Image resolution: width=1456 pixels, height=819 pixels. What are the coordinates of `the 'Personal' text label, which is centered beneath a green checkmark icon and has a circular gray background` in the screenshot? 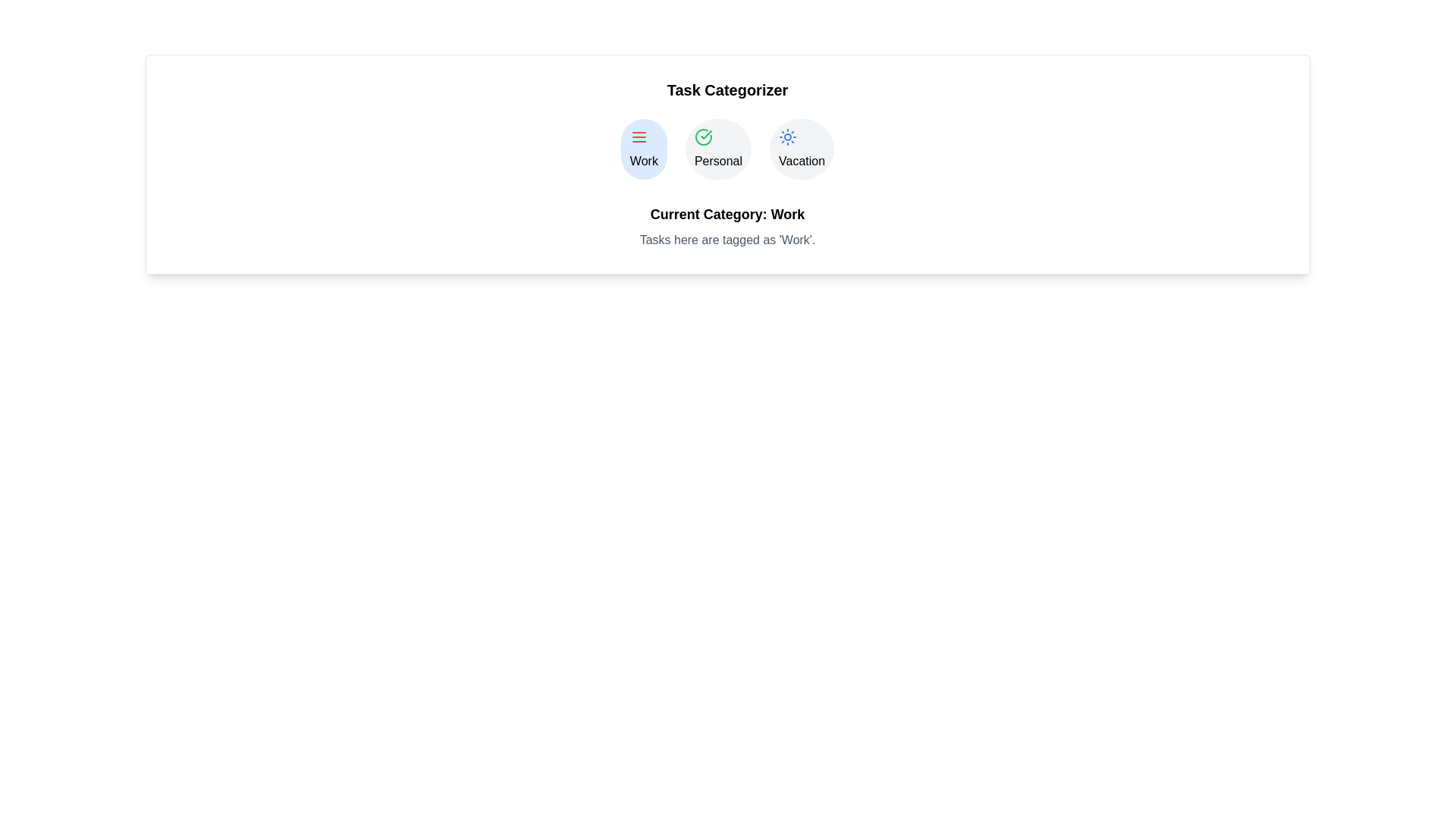 It's located at (717, 161).